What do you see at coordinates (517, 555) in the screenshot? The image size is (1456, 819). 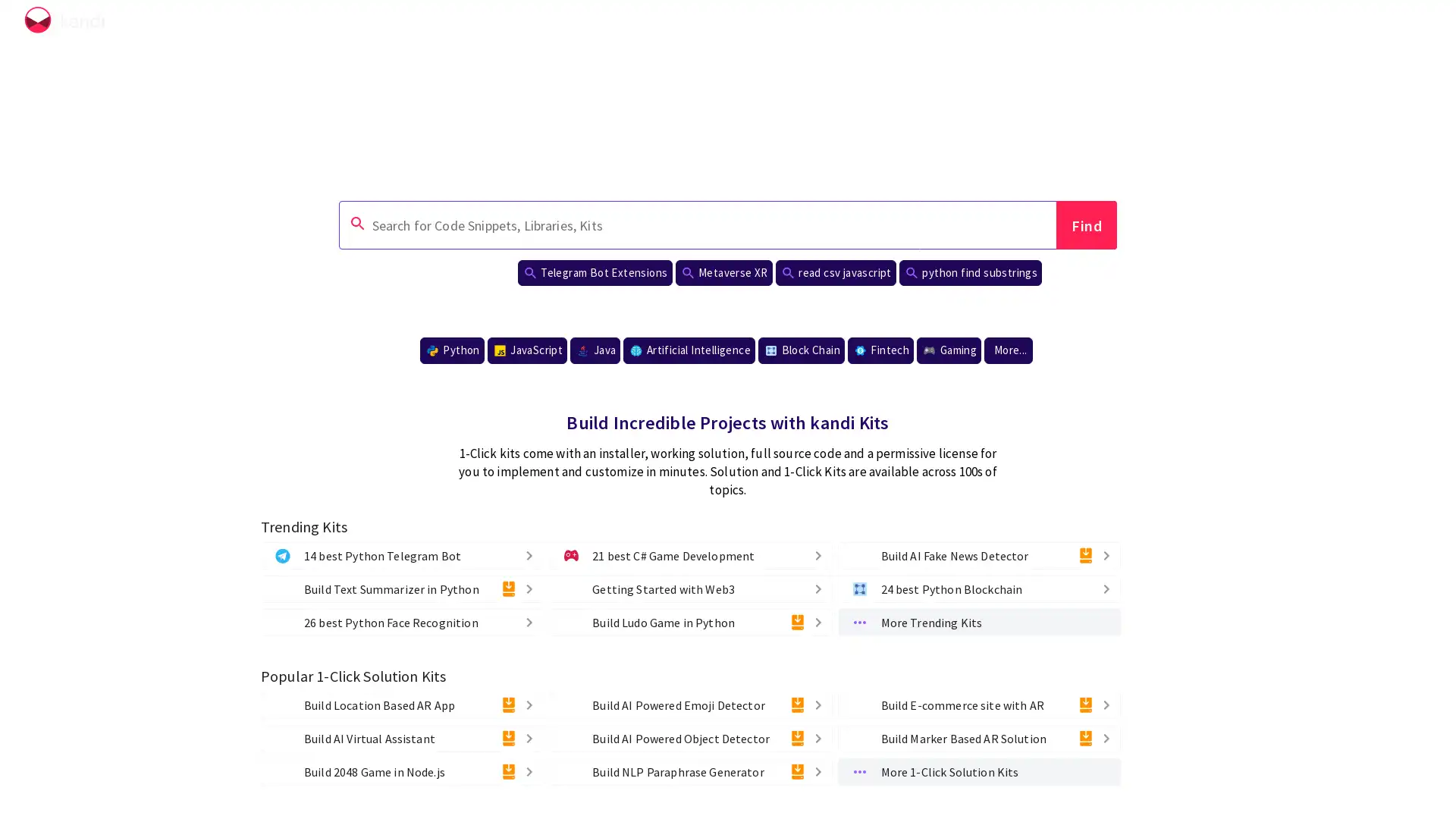 I see `delete` at bounding box center [517, 555].